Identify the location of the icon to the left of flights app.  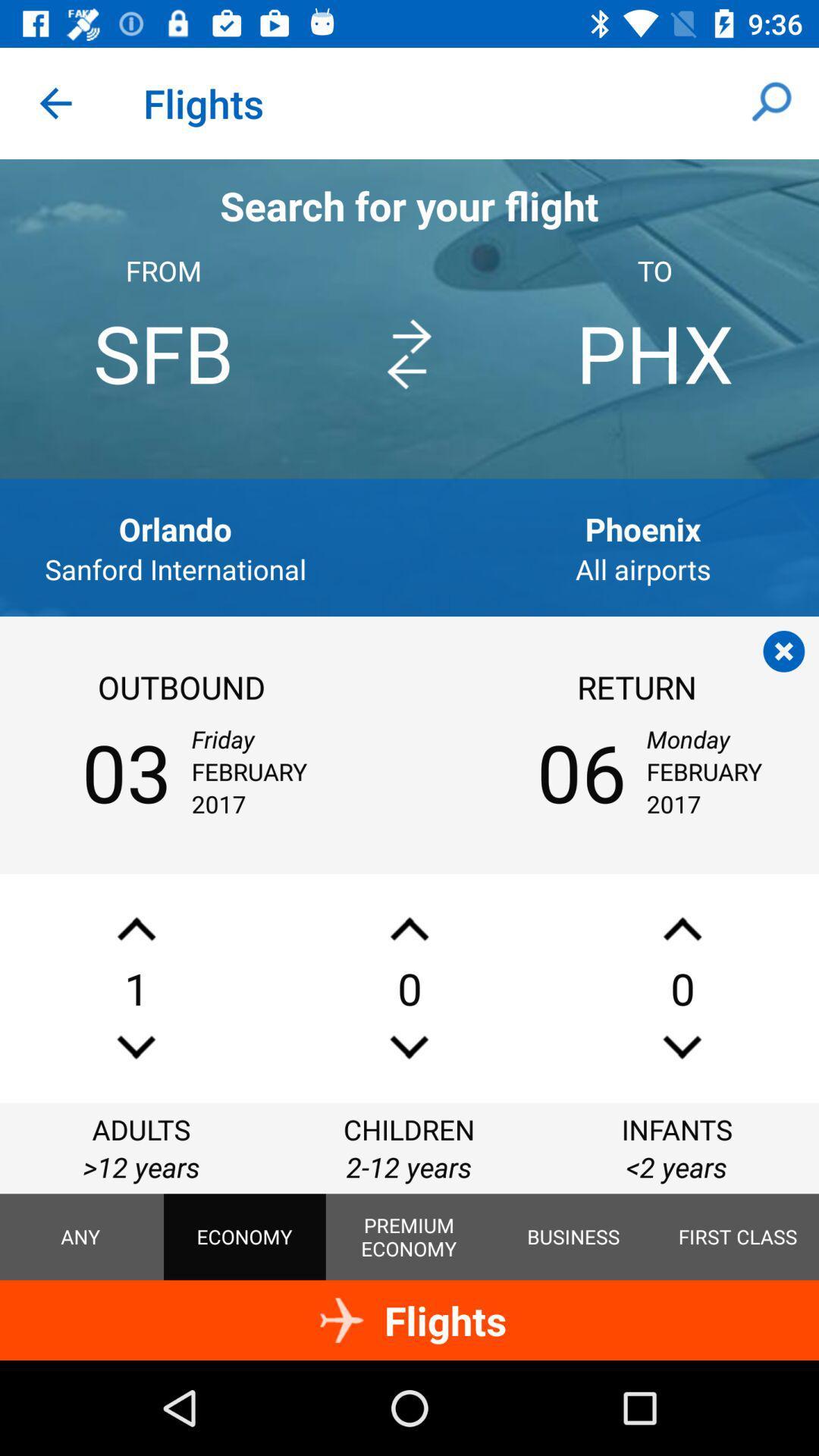
(55, 102).